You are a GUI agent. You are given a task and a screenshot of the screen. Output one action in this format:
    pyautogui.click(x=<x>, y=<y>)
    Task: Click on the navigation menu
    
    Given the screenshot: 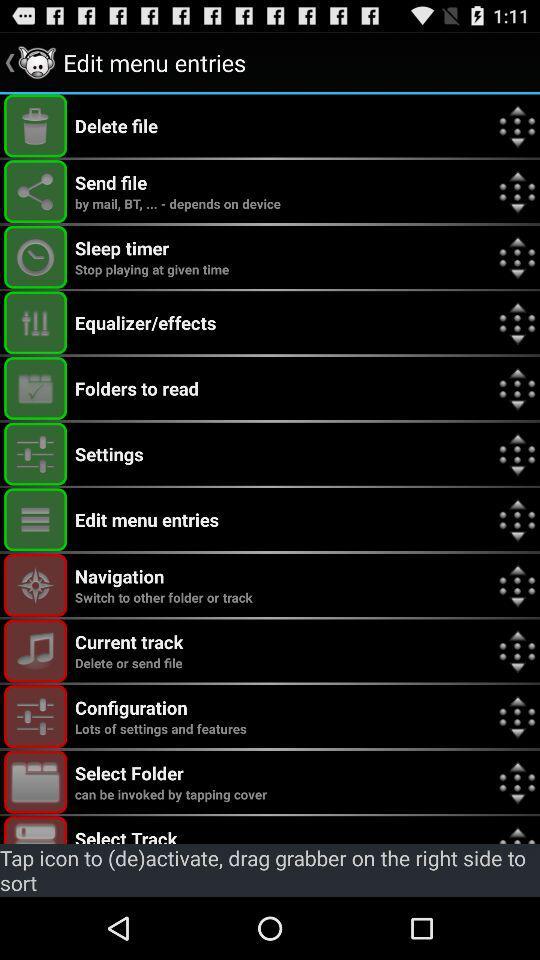 What is the action you would take?
    pyautogui.click(x=35, y=585)
    